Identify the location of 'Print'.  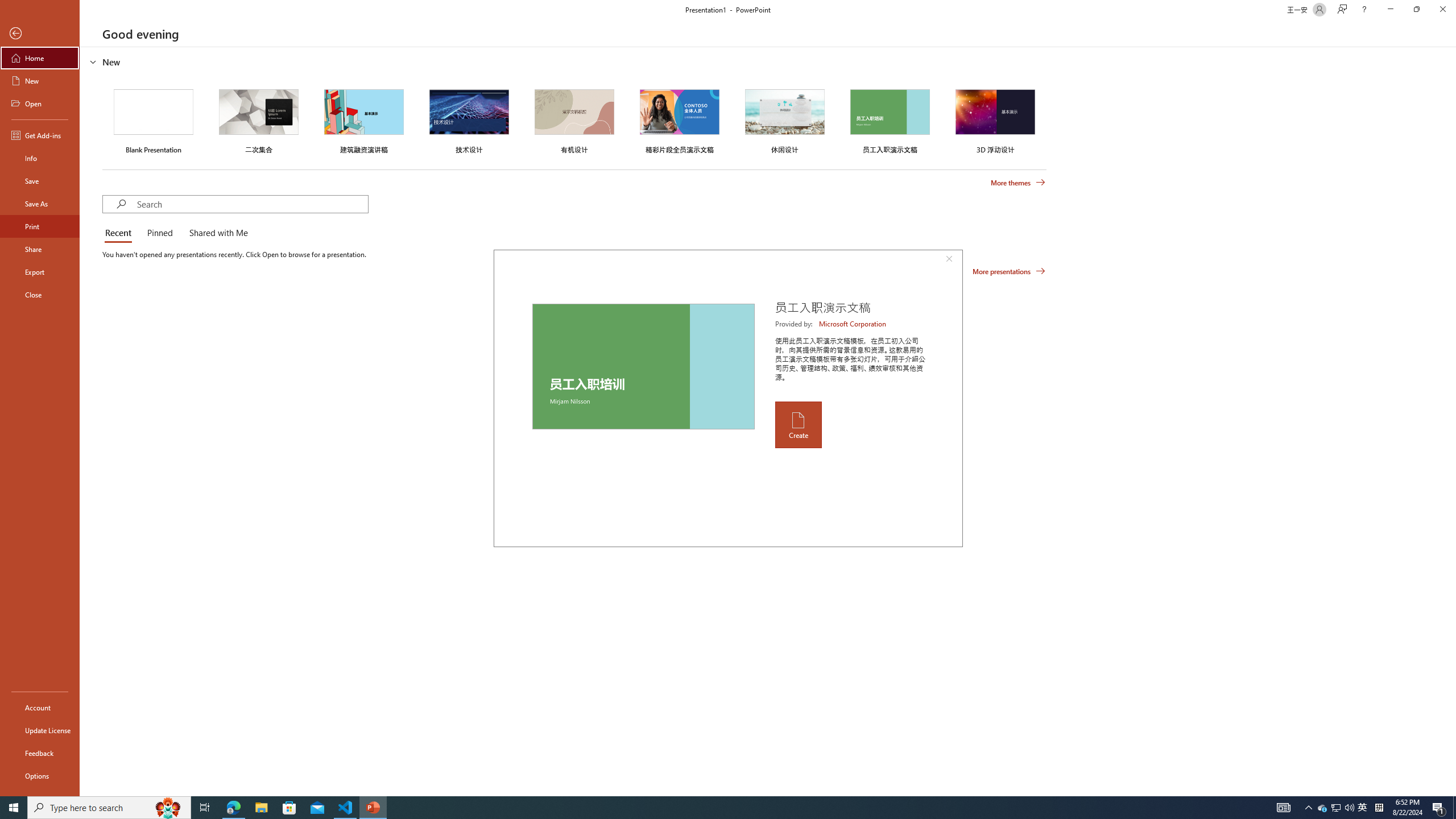
(39, 226).